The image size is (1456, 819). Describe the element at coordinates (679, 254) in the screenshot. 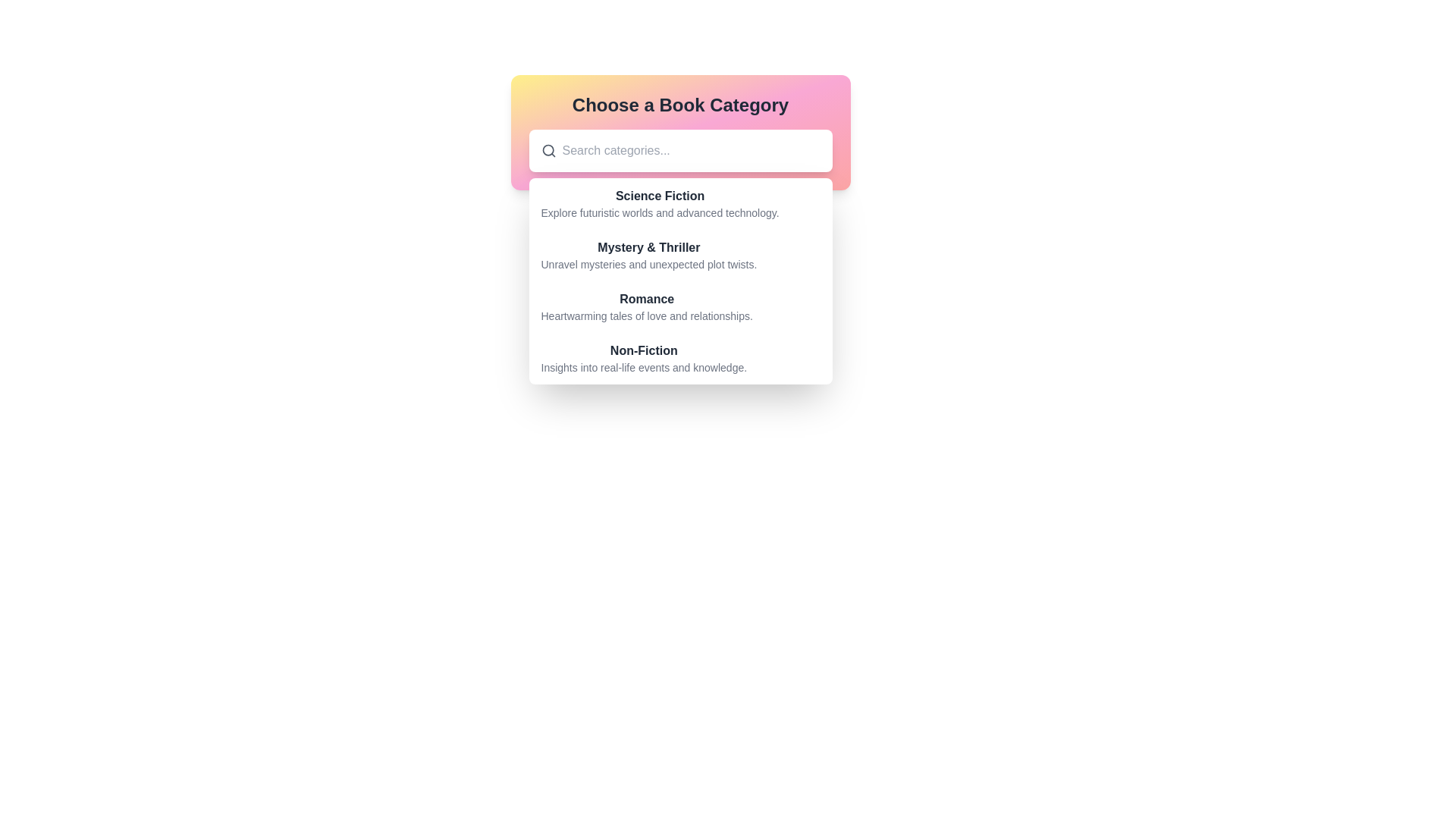

I see `the 'Mystery & Thriller' category option, which is the second item in the vertical list of the dropdown menu` at that location.